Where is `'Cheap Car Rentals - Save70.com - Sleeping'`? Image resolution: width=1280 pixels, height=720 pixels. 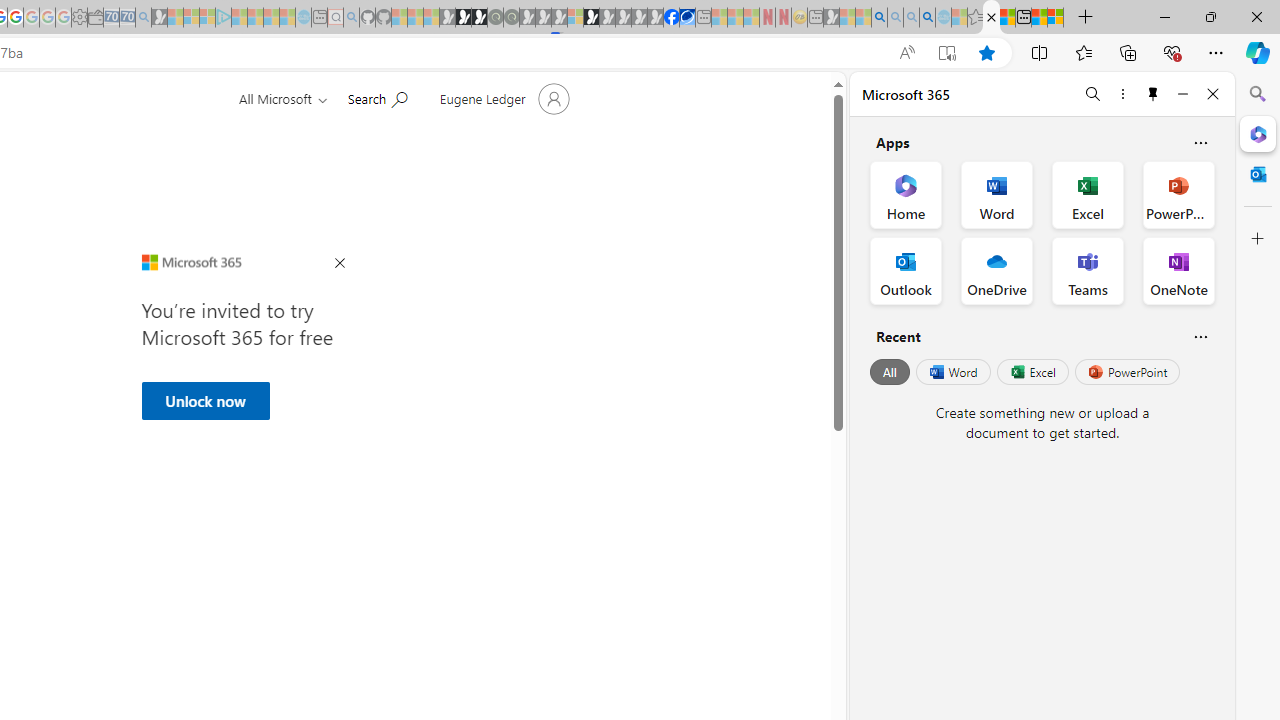
'Cheap Car Rentals - Save70.com - Sleeping' is located at coordinates (126, 17).